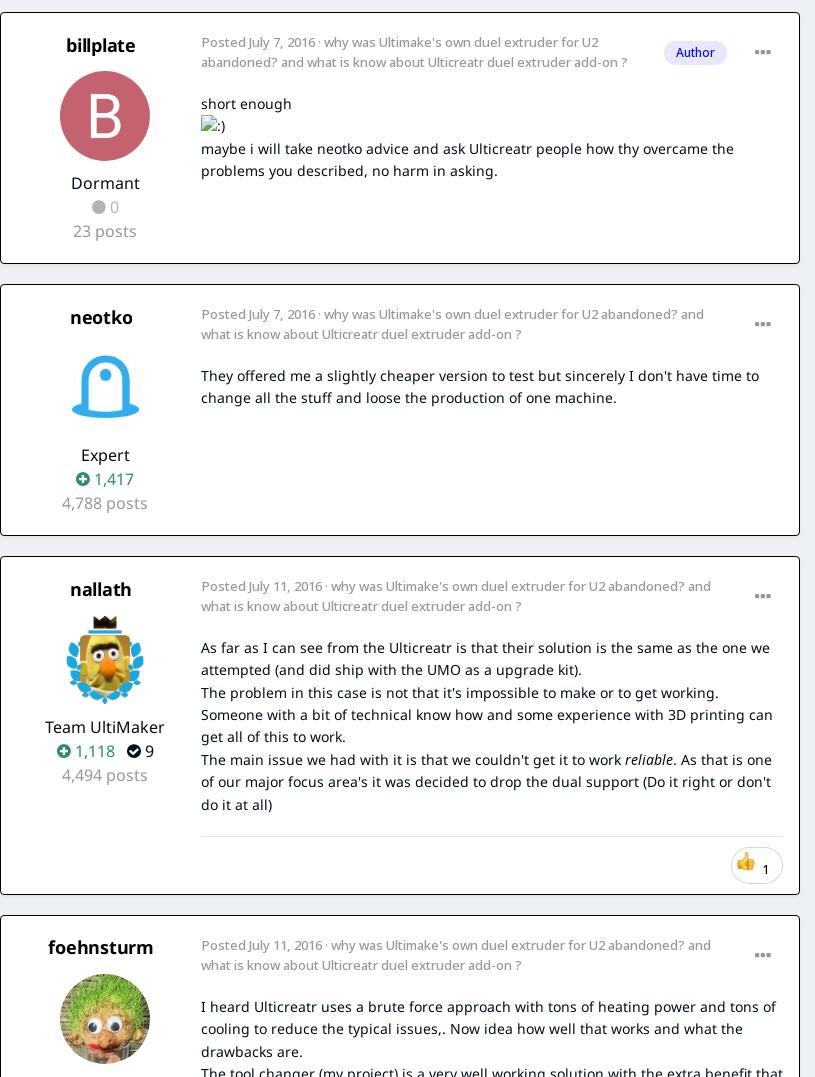 The height and width of the screenshot is (1077, 815). I want to click on 'The problem in this case is not that it's impossible to make or to get working. Someone with a bit of technical know how and some experience with 3D printing can get all of this to work.', so click(200, 714).